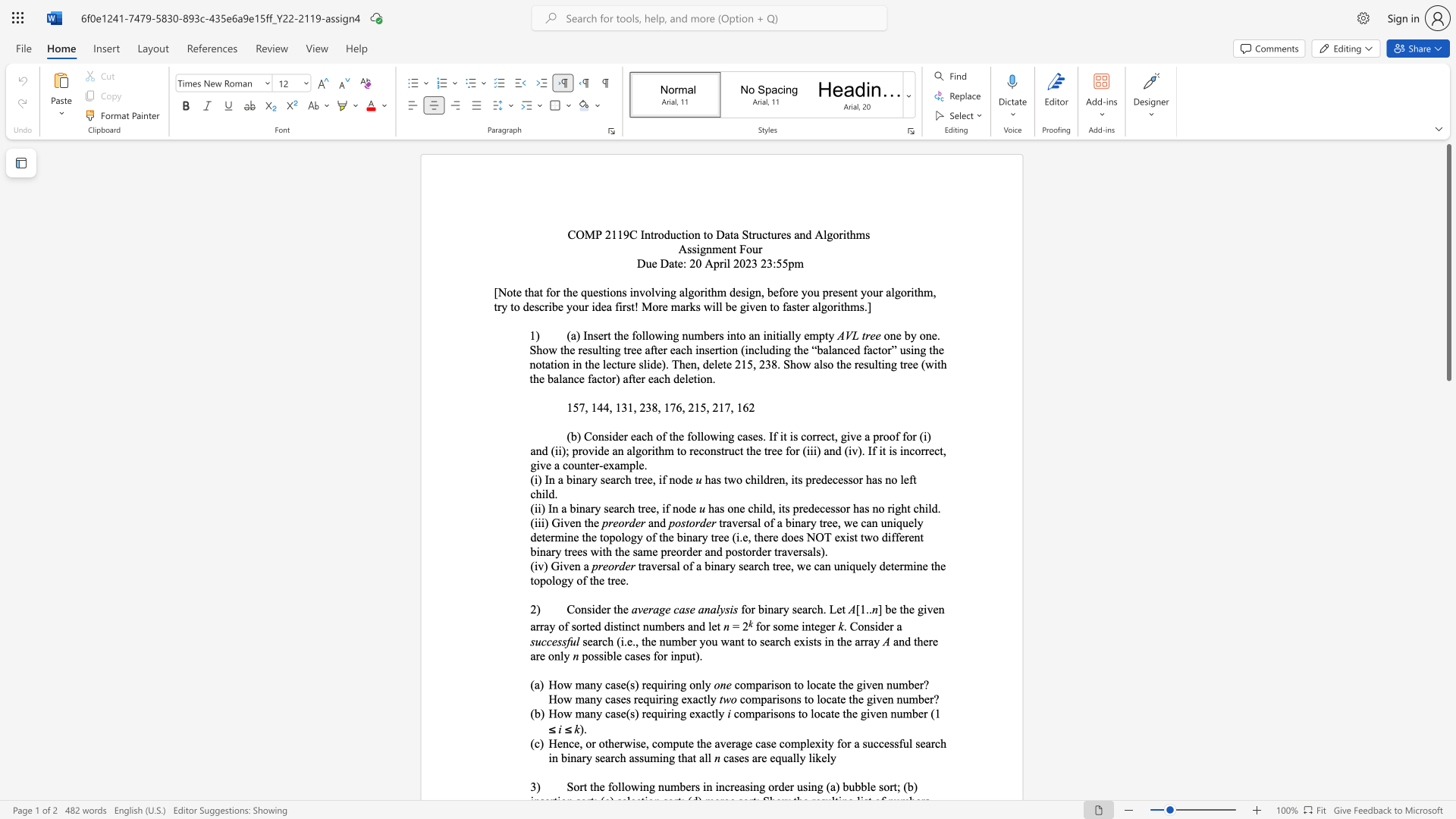 The height and width of the screenshot is (819, 1456). I want to click on the subset text "re ar" within the text "and there are only", so click(927, 642).